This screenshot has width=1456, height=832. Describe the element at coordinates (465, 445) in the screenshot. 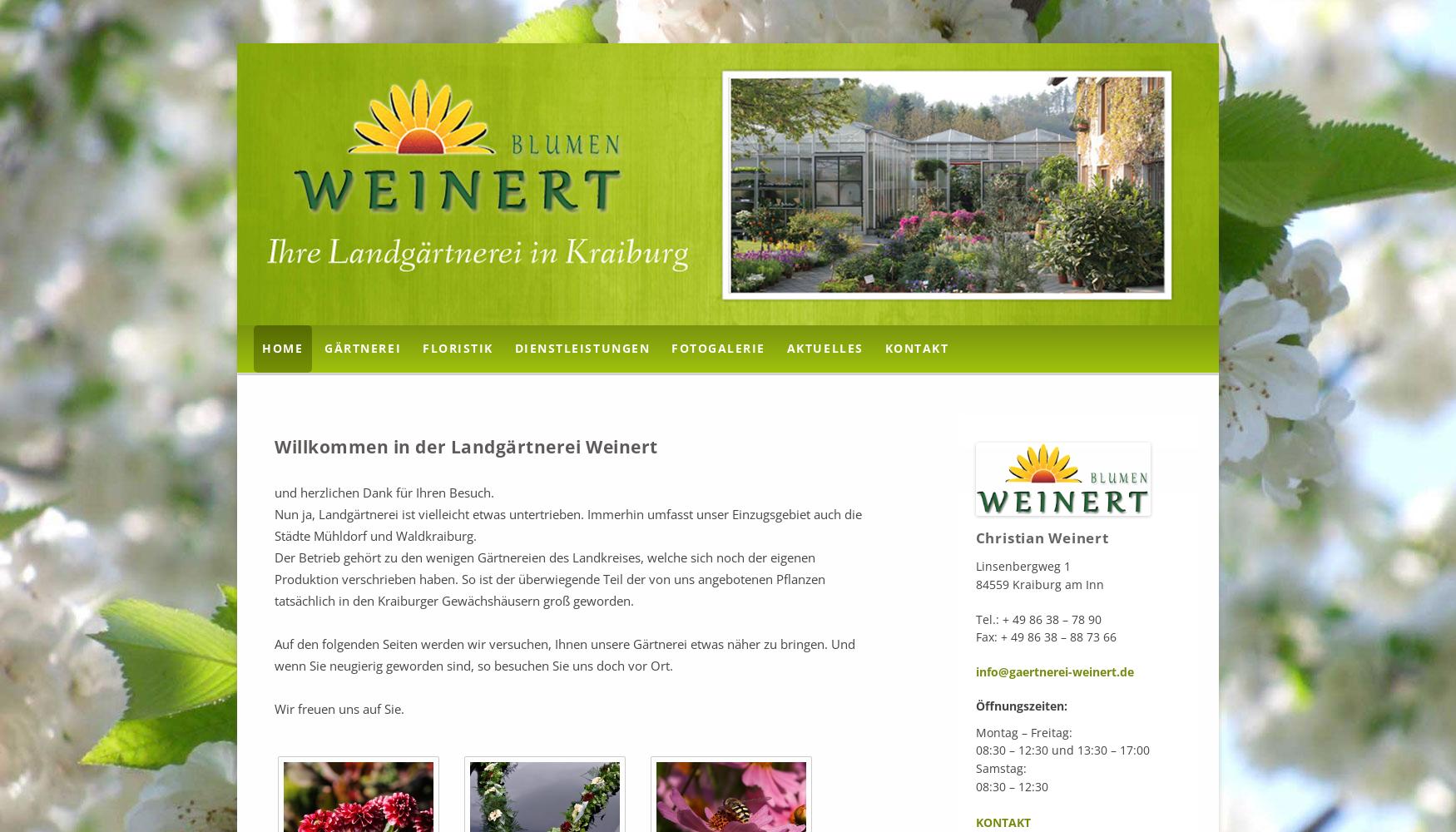

I see `'Willkommen in der Landgärtnerei Weinert'` at that location.